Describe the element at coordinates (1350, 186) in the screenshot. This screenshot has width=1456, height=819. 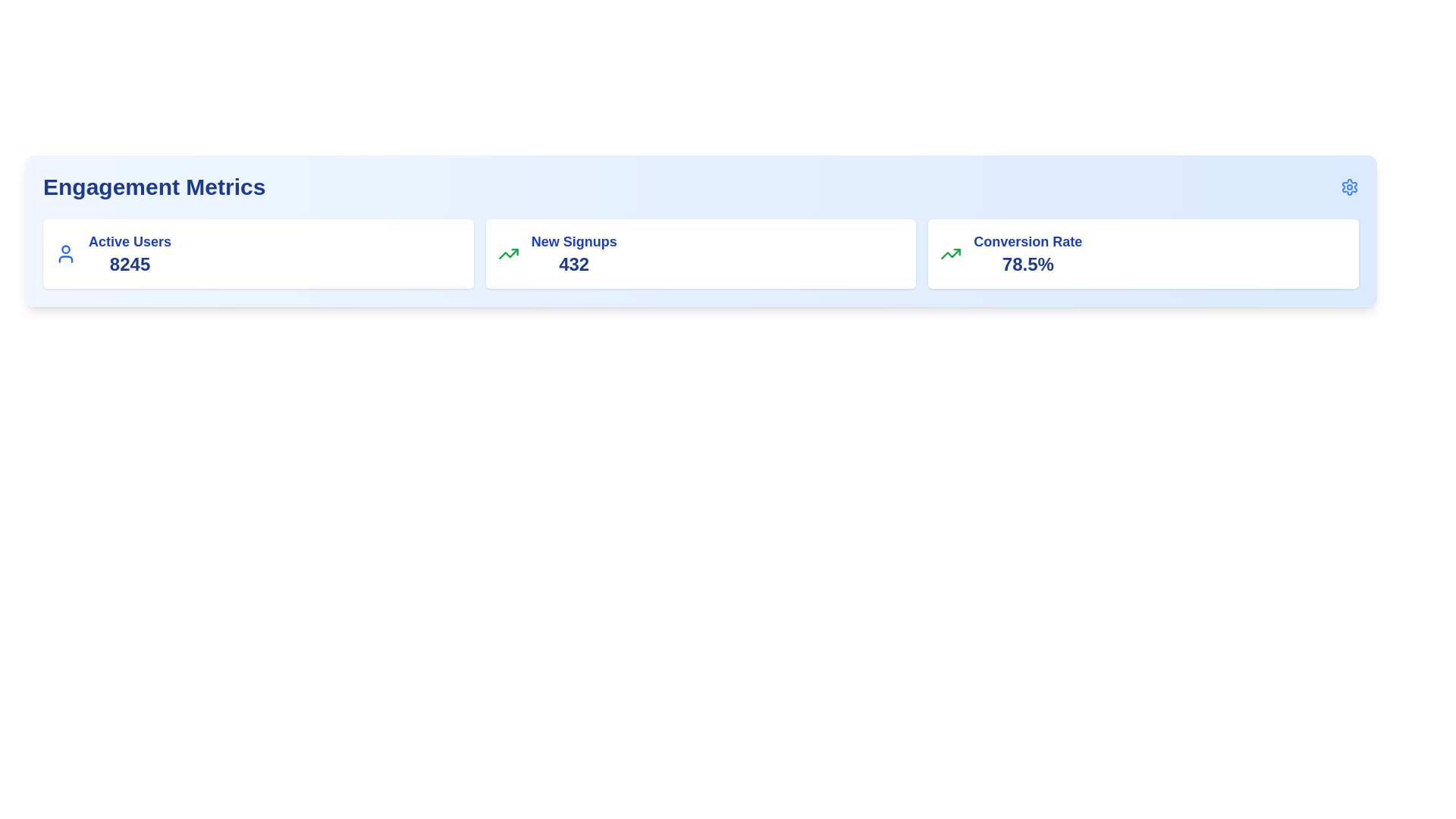
I see `the inner graphical element of the gear icon located on the far right side of the blue bar displaying engagement metrics` at that location.